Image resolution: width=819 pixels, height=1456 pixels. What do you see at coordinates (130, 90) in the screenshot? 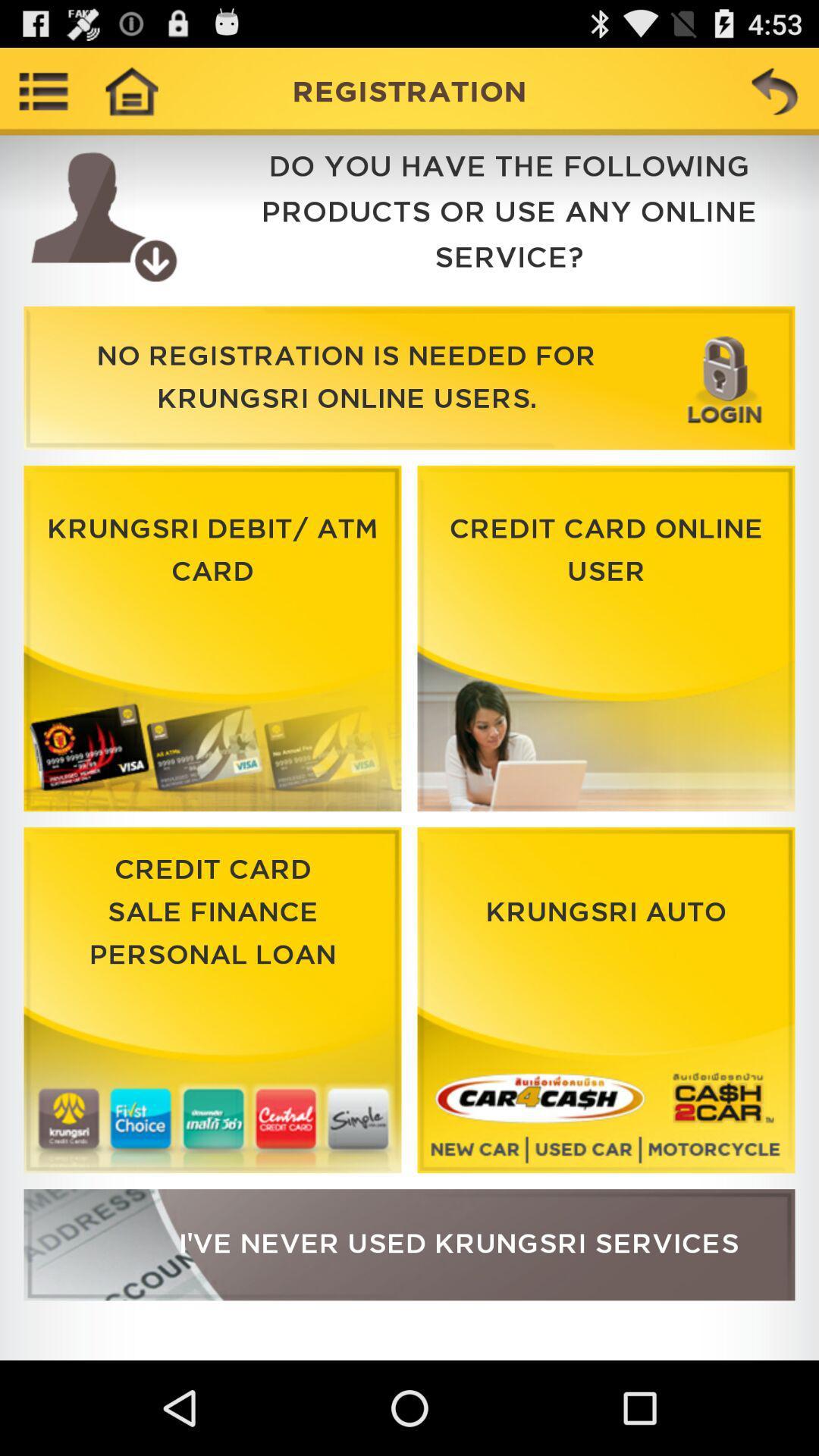
I see `tab to go home page toggle to home page` at bounding box center [130, 90].